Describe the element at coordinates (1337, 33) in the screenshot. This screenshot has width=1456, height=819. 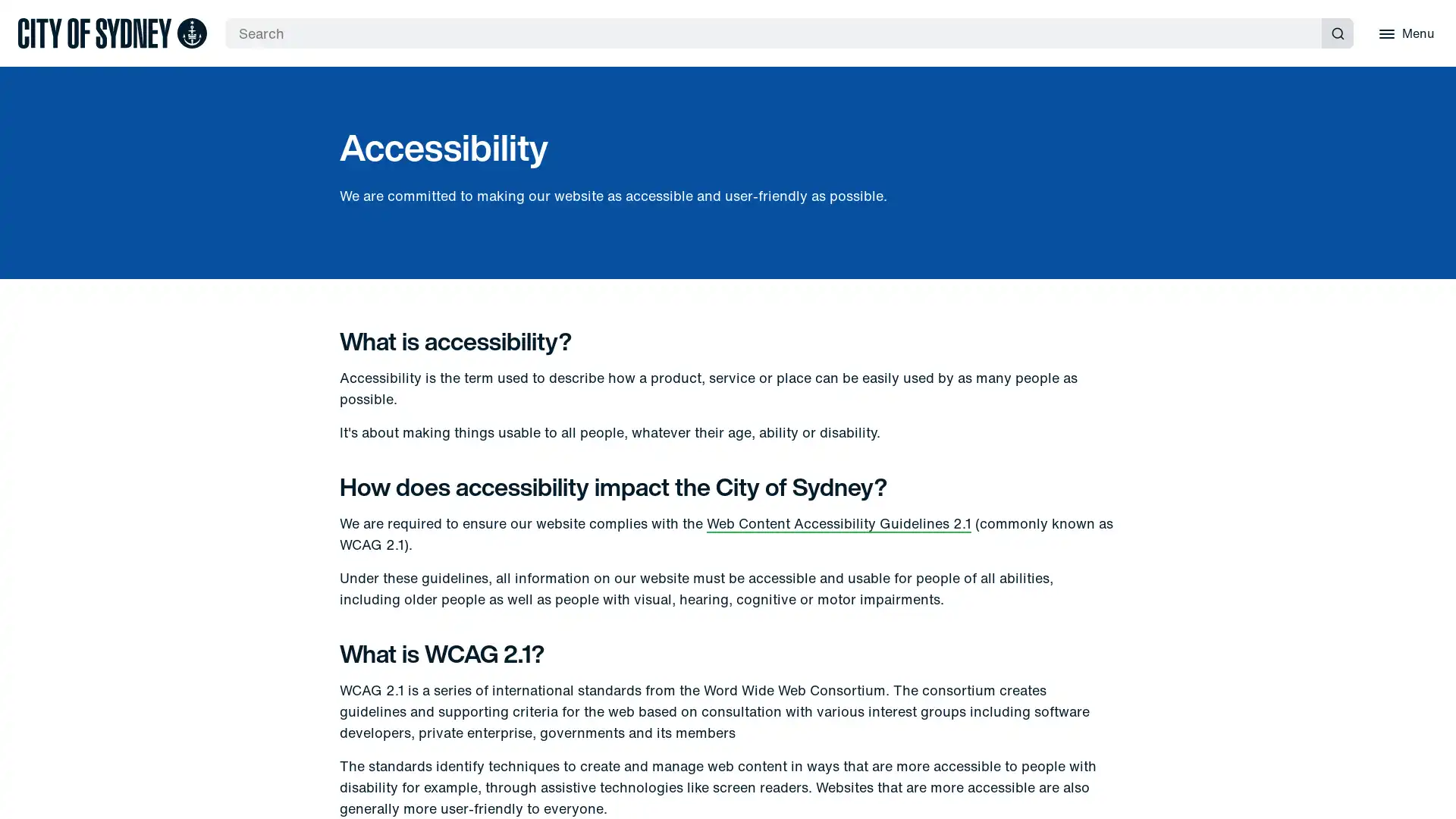
I see `Submit search` at that location.